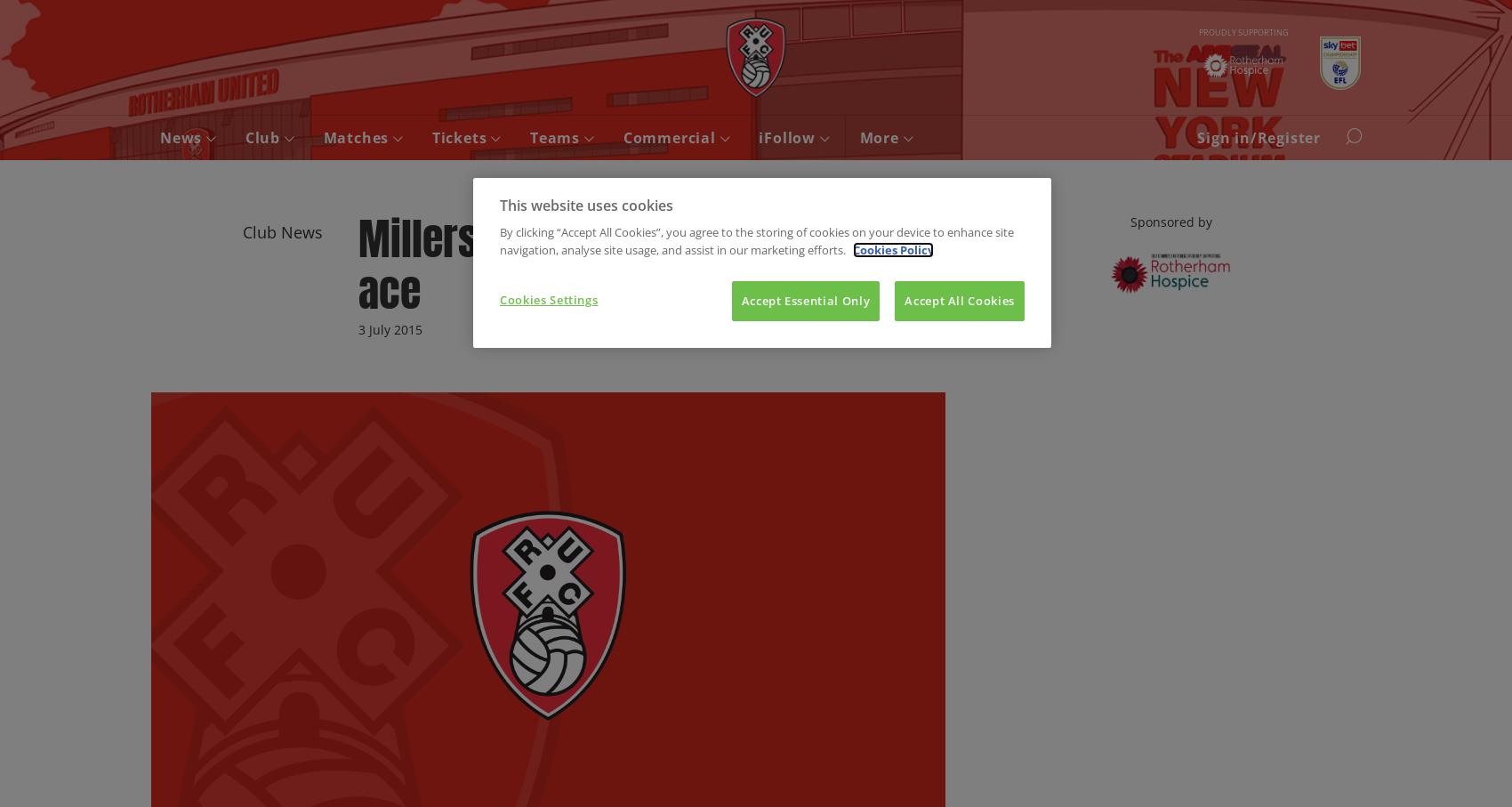  I want to click on 'iFollow', so click(789, 138).